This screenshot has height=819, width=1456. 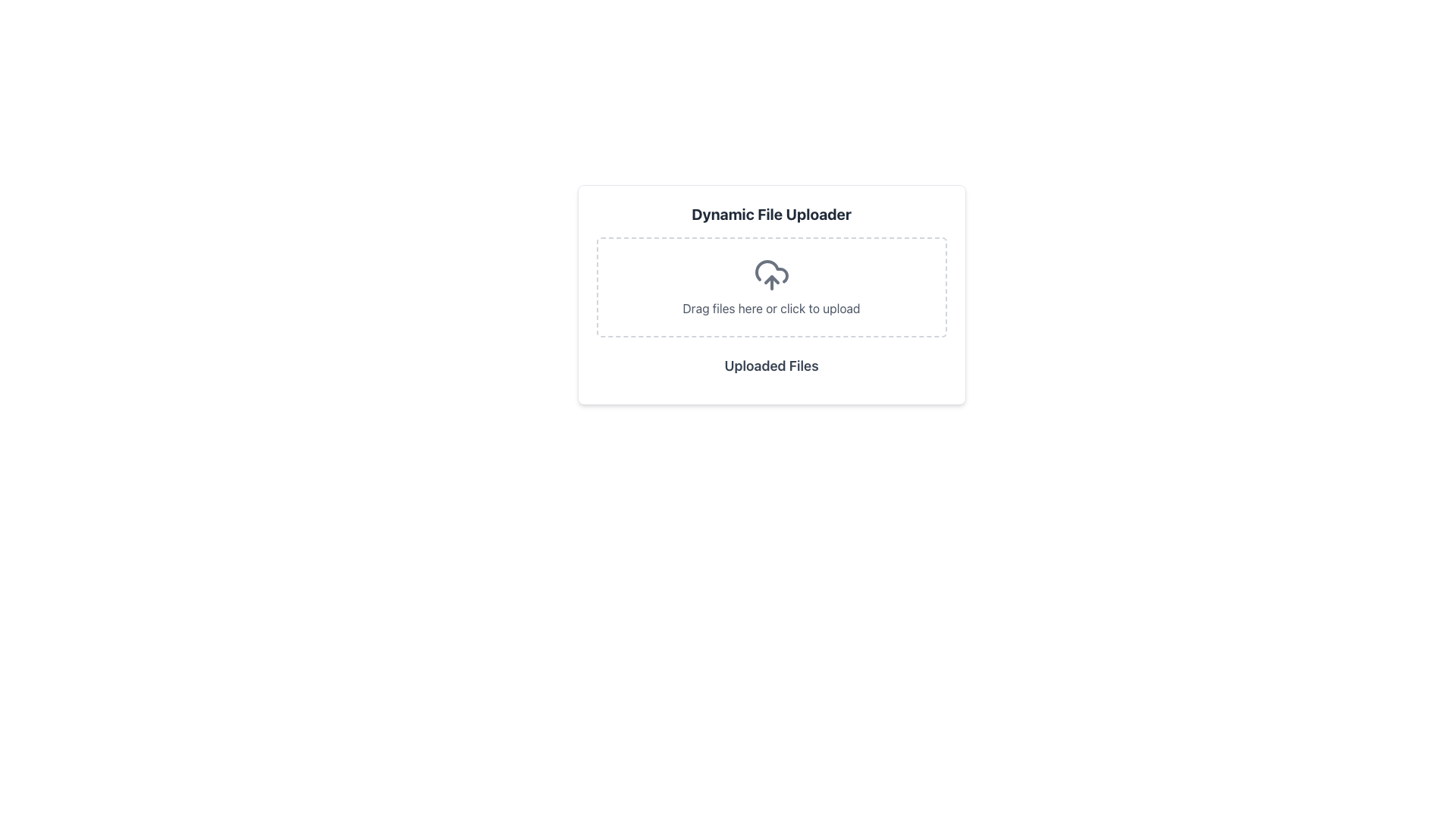 What do you see at coordinates (771, 308) in the screenshot?
I see `the instructional label for file upload, which is positioned beneath the cloud upload icon and within a dashed outline indicating the upload area` at bounding box center [771, 308].